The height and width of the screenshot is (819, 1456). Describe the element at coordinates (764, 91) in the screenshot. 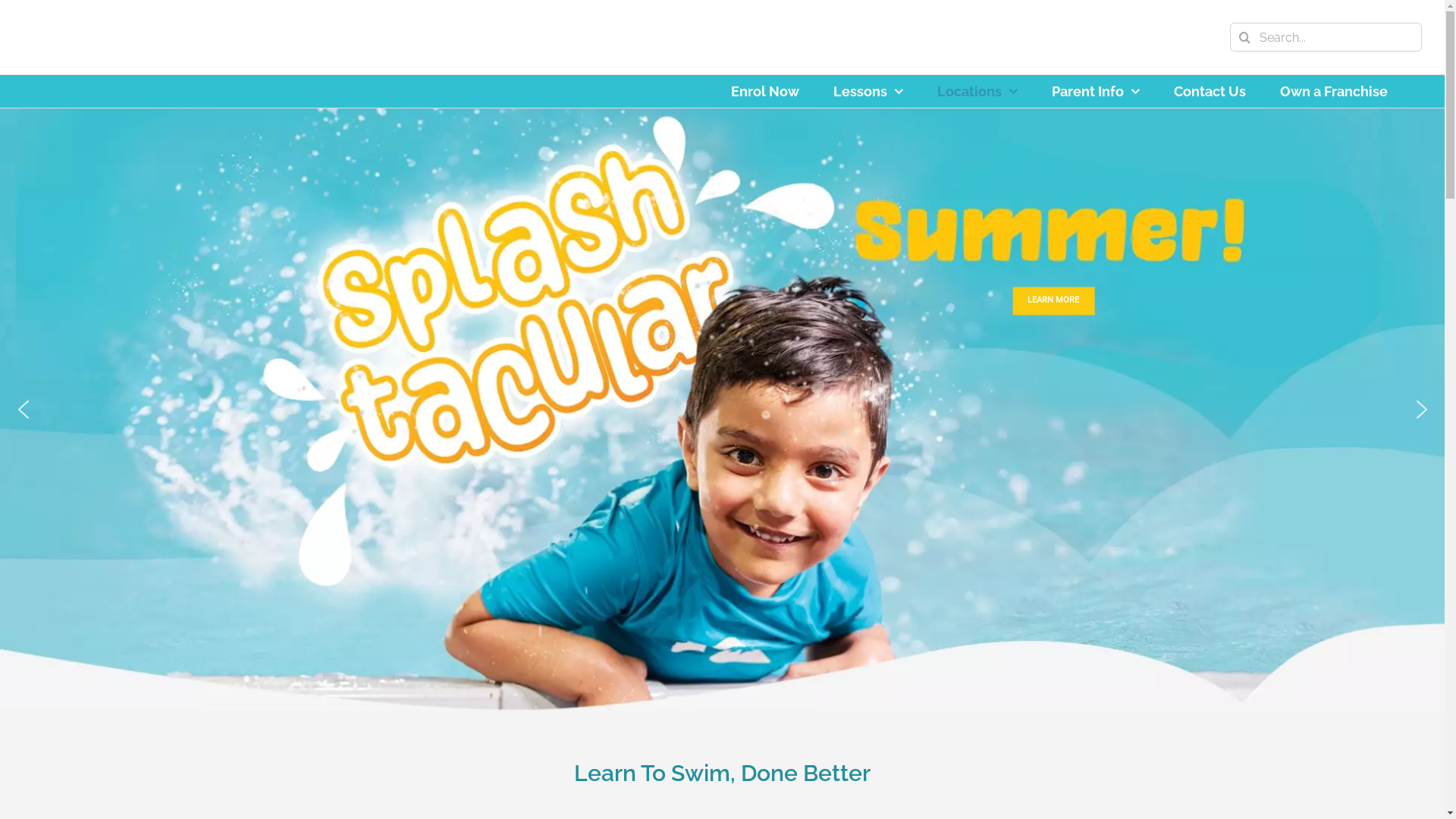

I see `'Enrol Now'` at that location.